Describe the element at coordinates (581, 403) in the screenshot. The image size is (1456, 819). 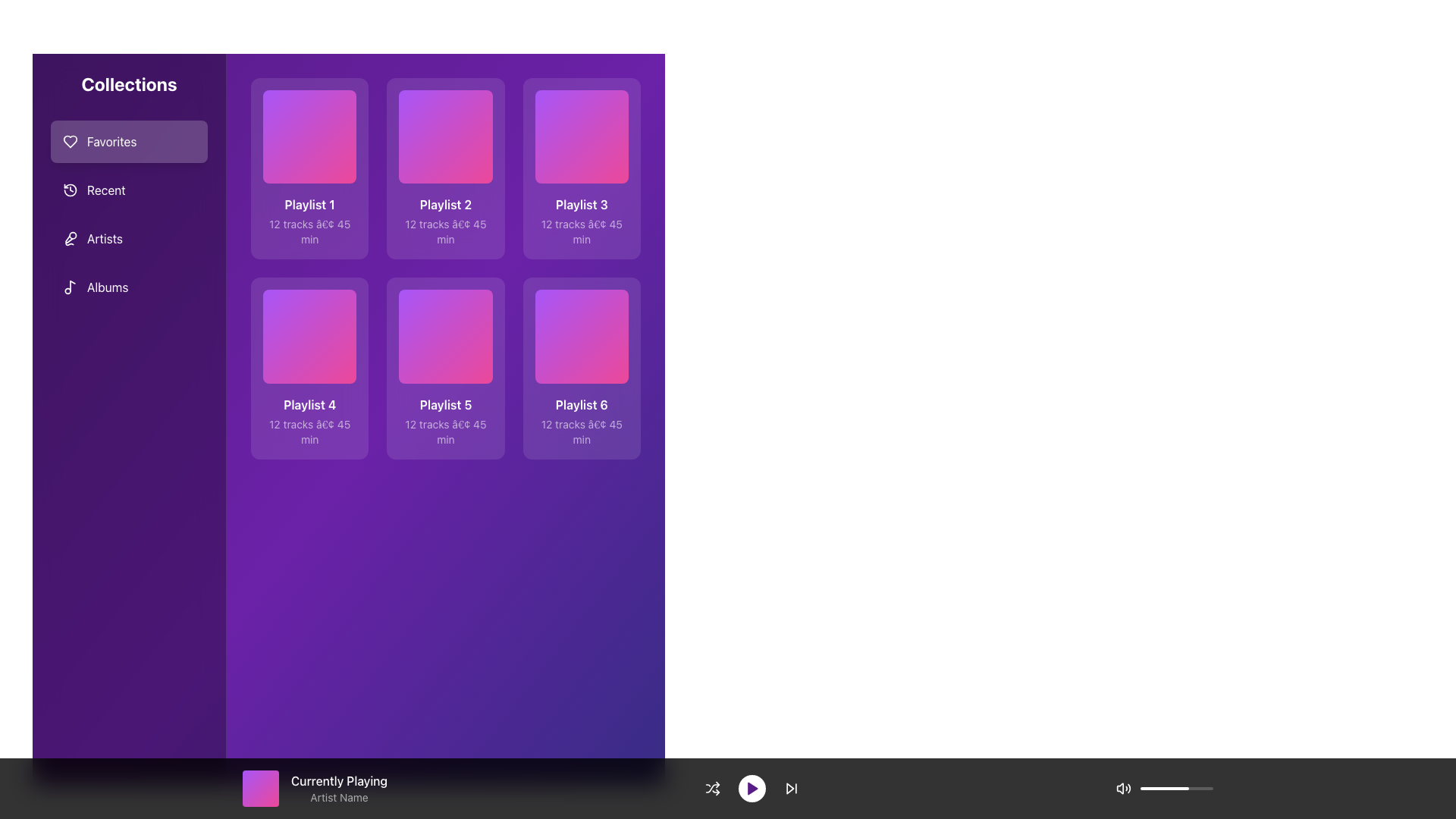
I see `the text label that identifies the playlist as 'Playlist 6', located at the bottom-most position in the third column of the second row in the grid layout of playlists` at that location.